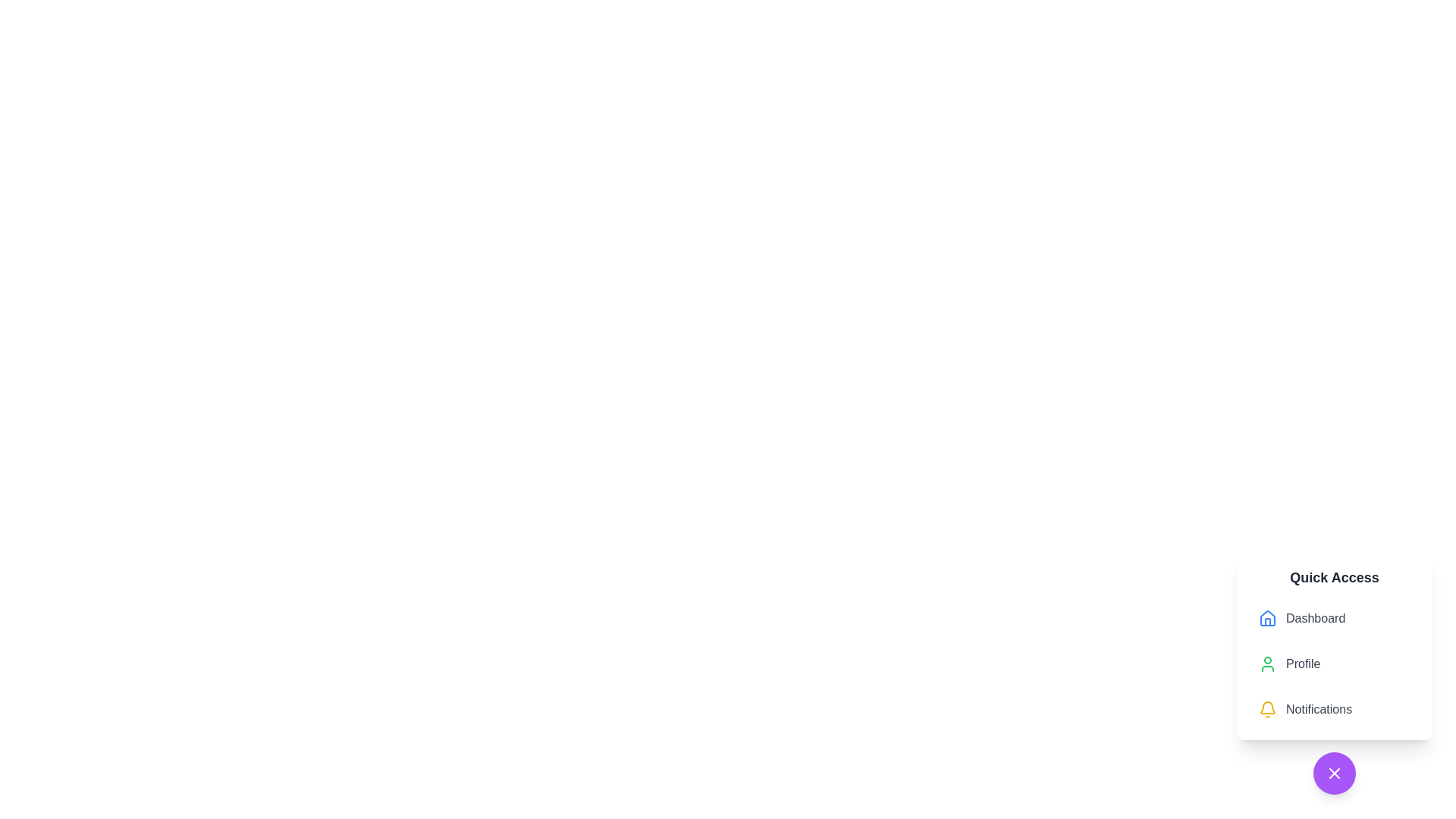 The width and height of the screenshot is (1456, 819). I want to click on the 'Profile' list item, which is the second item in the 'Quick Access' menu, so click(1335, 674).